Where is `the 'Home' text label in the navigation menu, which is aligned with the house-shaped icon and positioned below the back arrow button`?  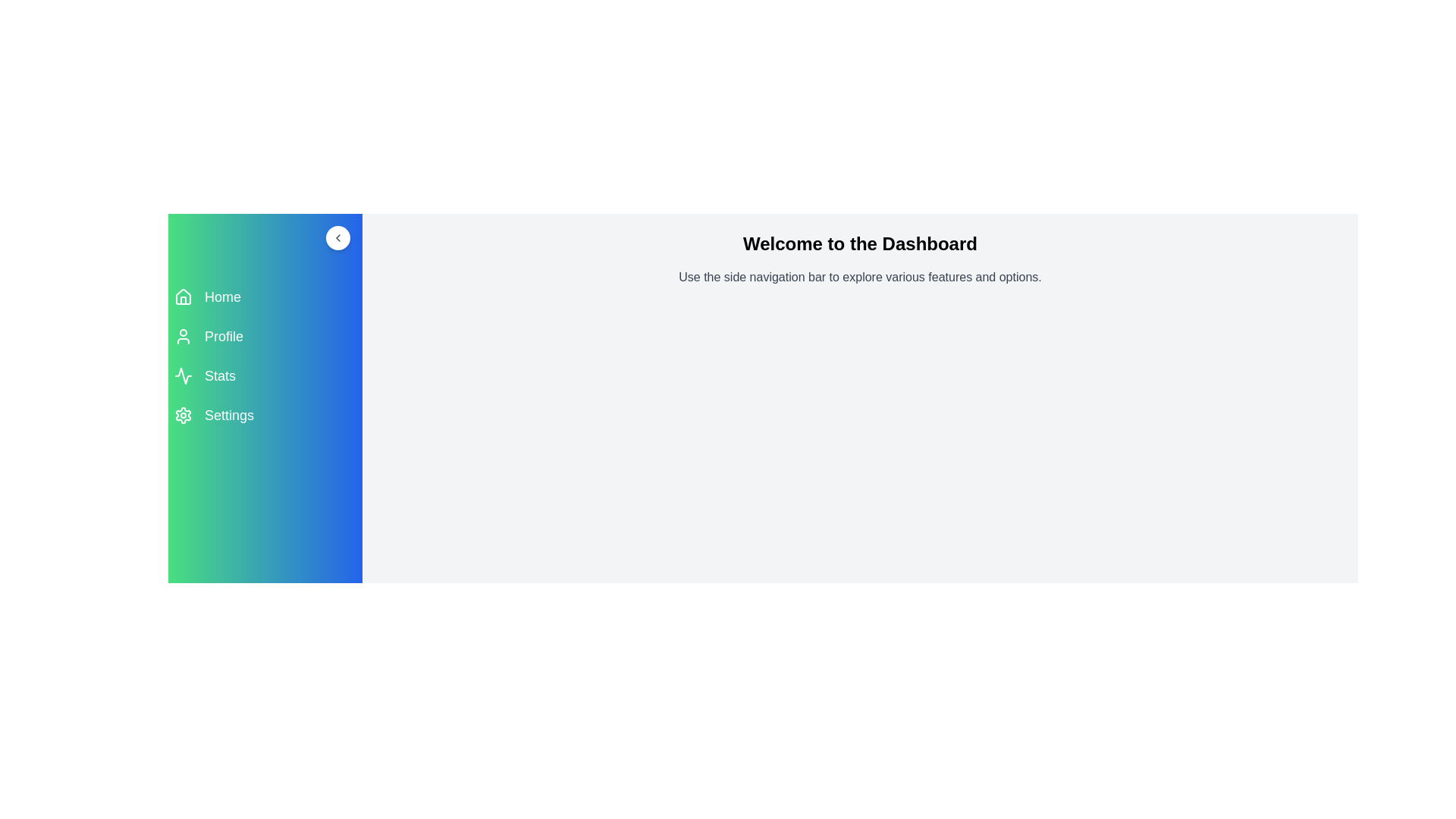 the 'Home' text label in the navigation menu, which is aligned with the house-shaped icon and positioned below the back arrow button is located at coordinates (221, 297).